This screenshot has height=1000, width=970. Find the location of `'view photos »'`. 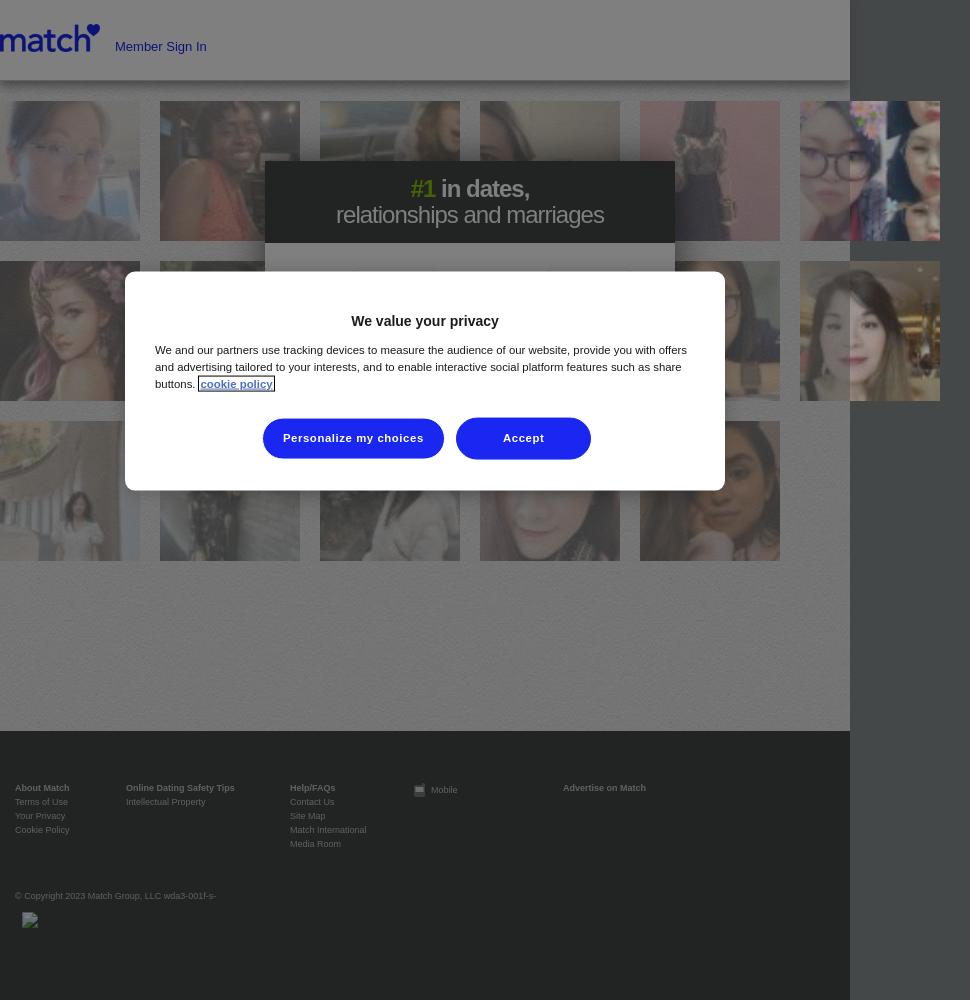

'view photos »' is located at coordinates (468, 429).